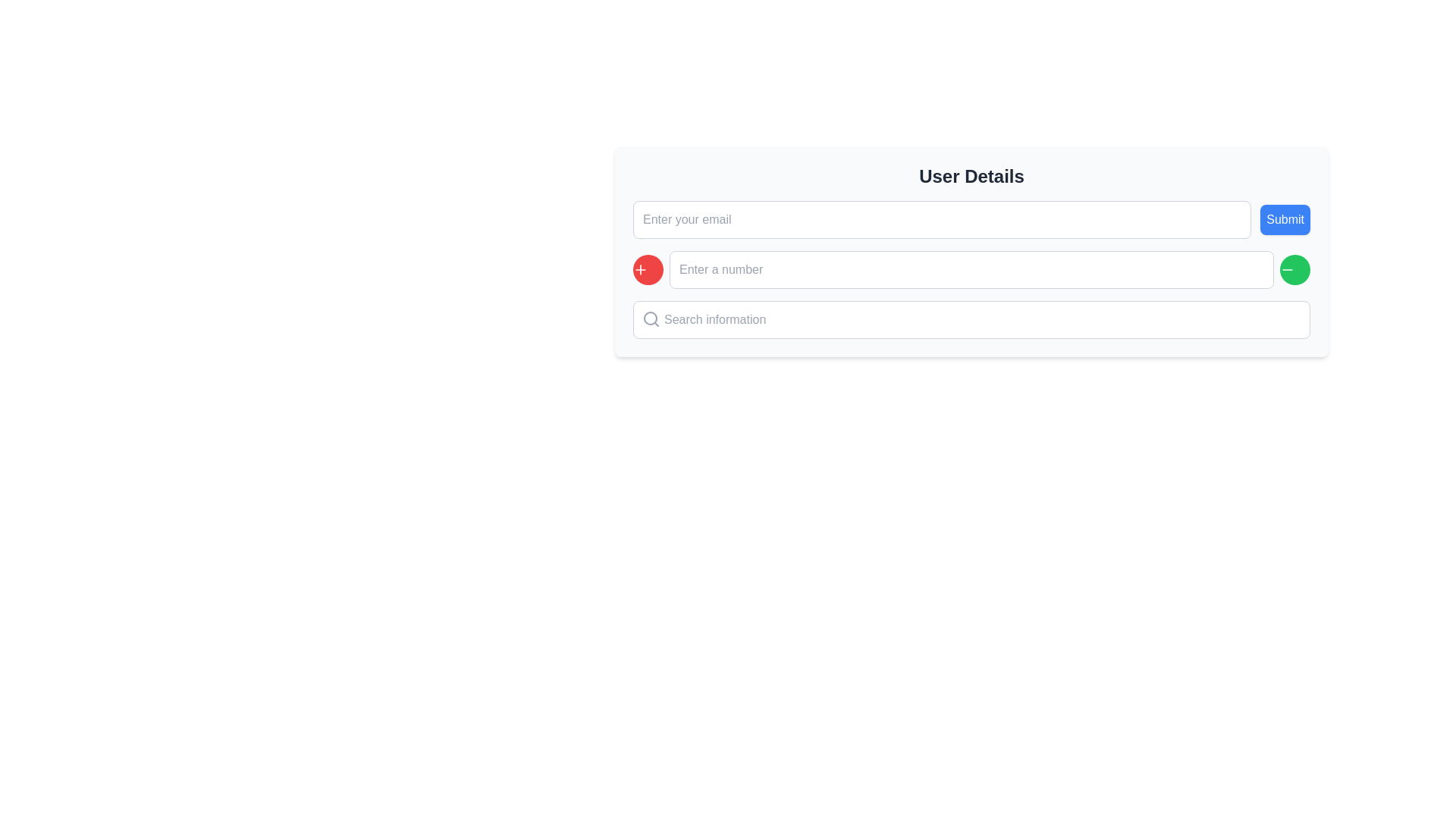  What do you see at coordinates (651, 318) in the screenshot?
I see `the magnifying glass icon located on the left side of the search input field labeled 'Search information'` at bounding box center [651, 318].